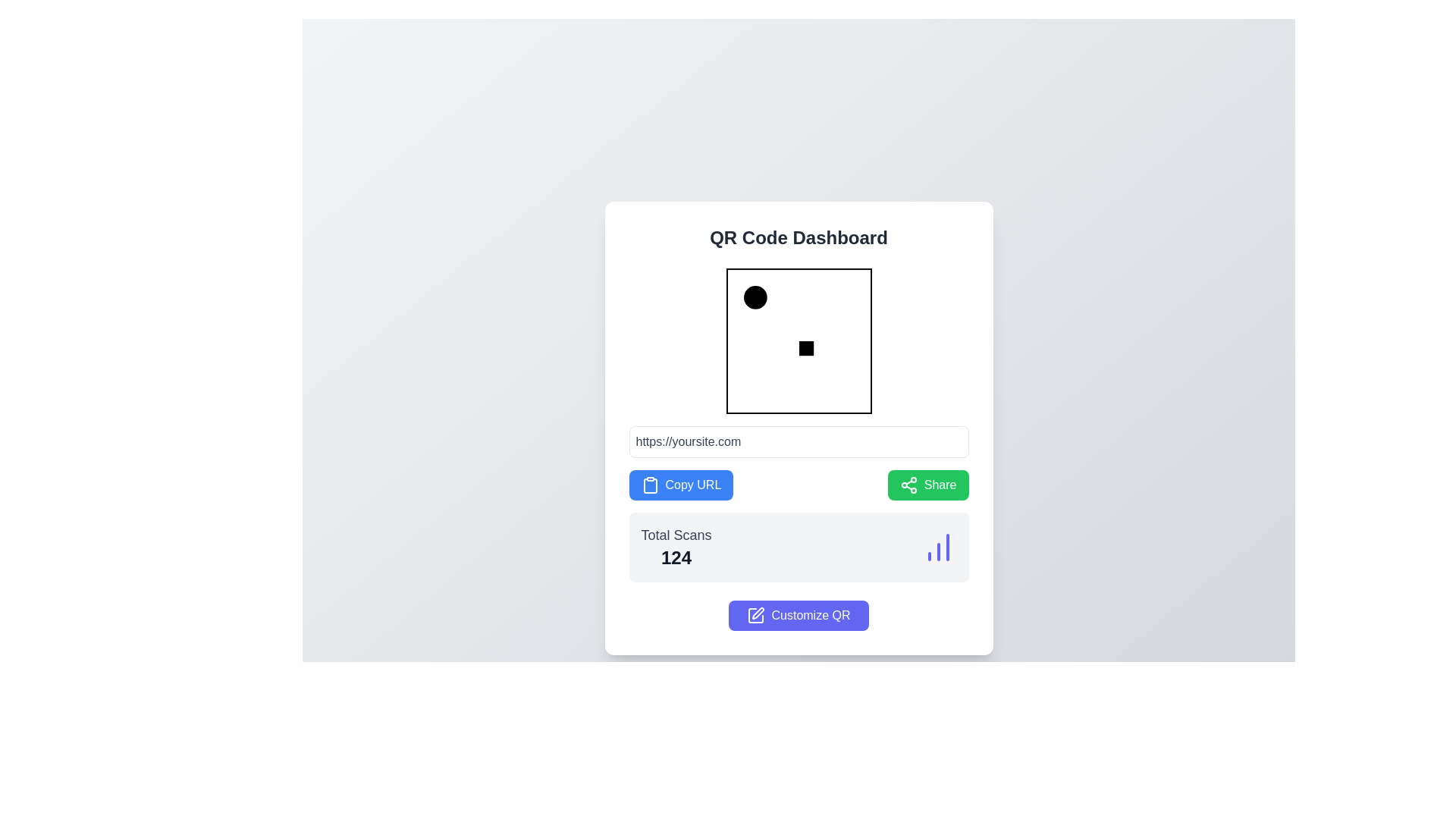  I want to click on graphical icon within the SVG element that indicates an editing or customization feature by opening the developer tools, so click(758, 613).